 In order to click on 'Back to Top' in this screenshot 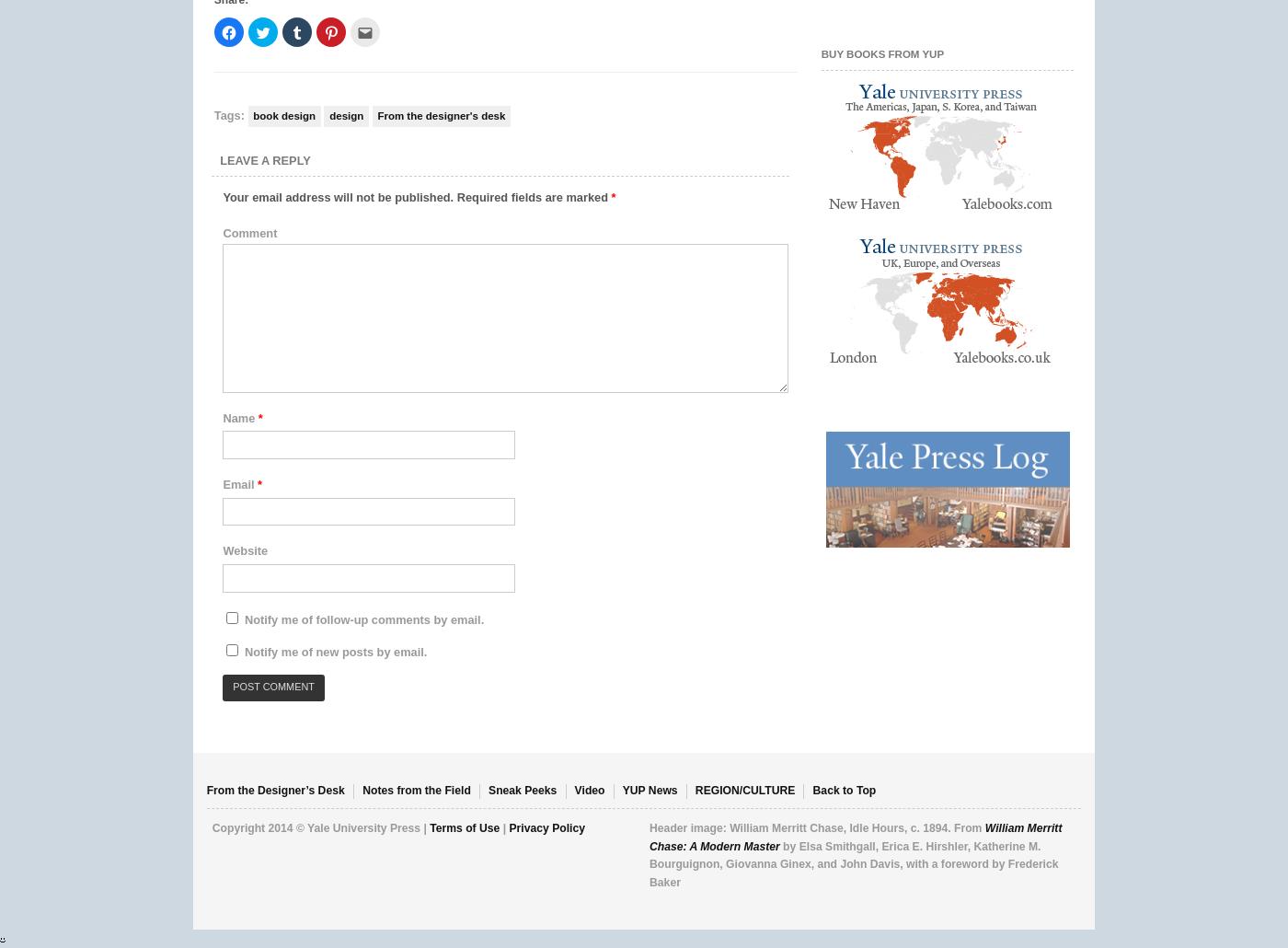, I will do `click(844, 791)`.